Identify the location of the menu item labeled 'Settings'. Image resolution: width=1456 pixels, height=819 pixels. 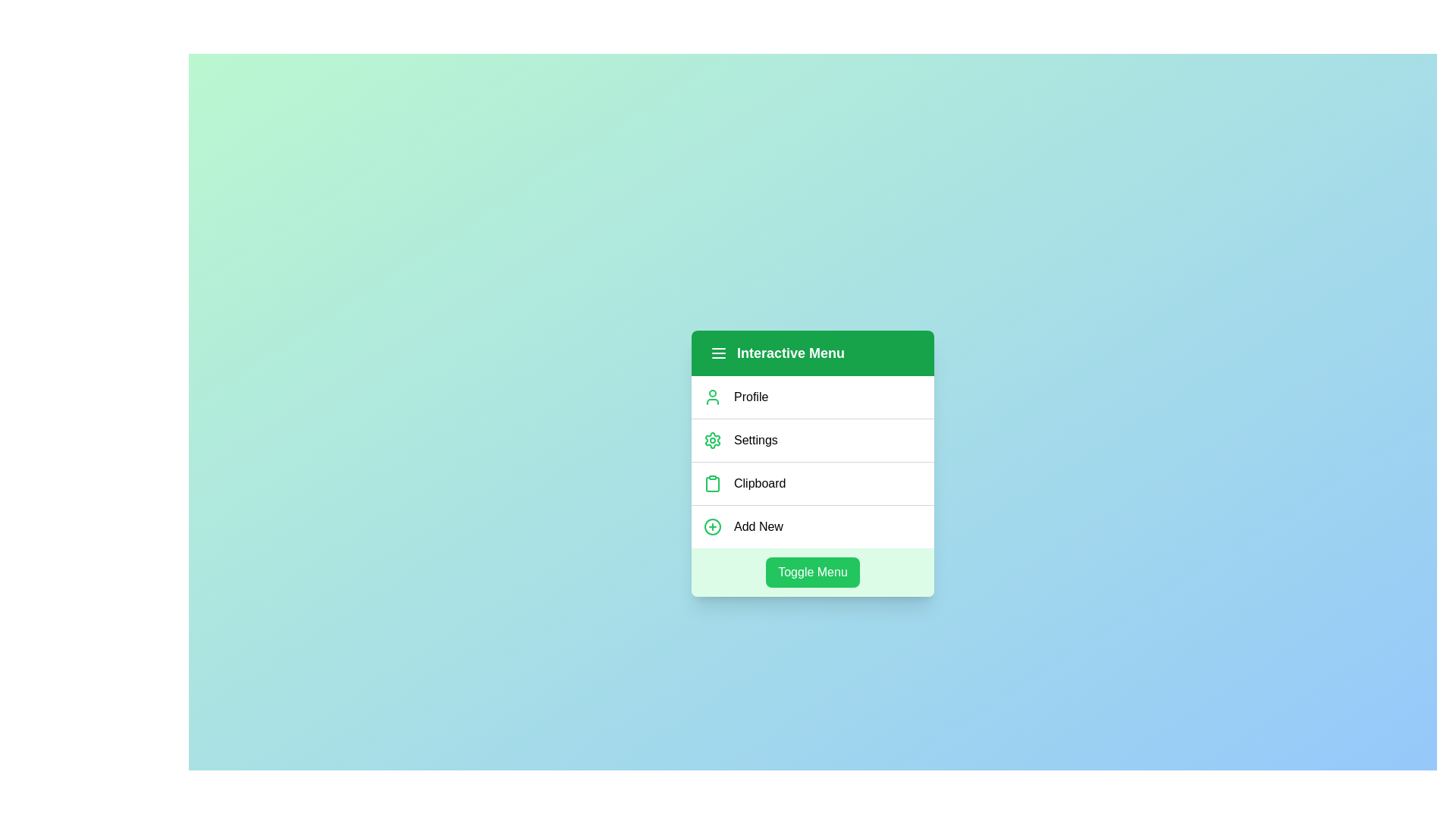
(811, 439).